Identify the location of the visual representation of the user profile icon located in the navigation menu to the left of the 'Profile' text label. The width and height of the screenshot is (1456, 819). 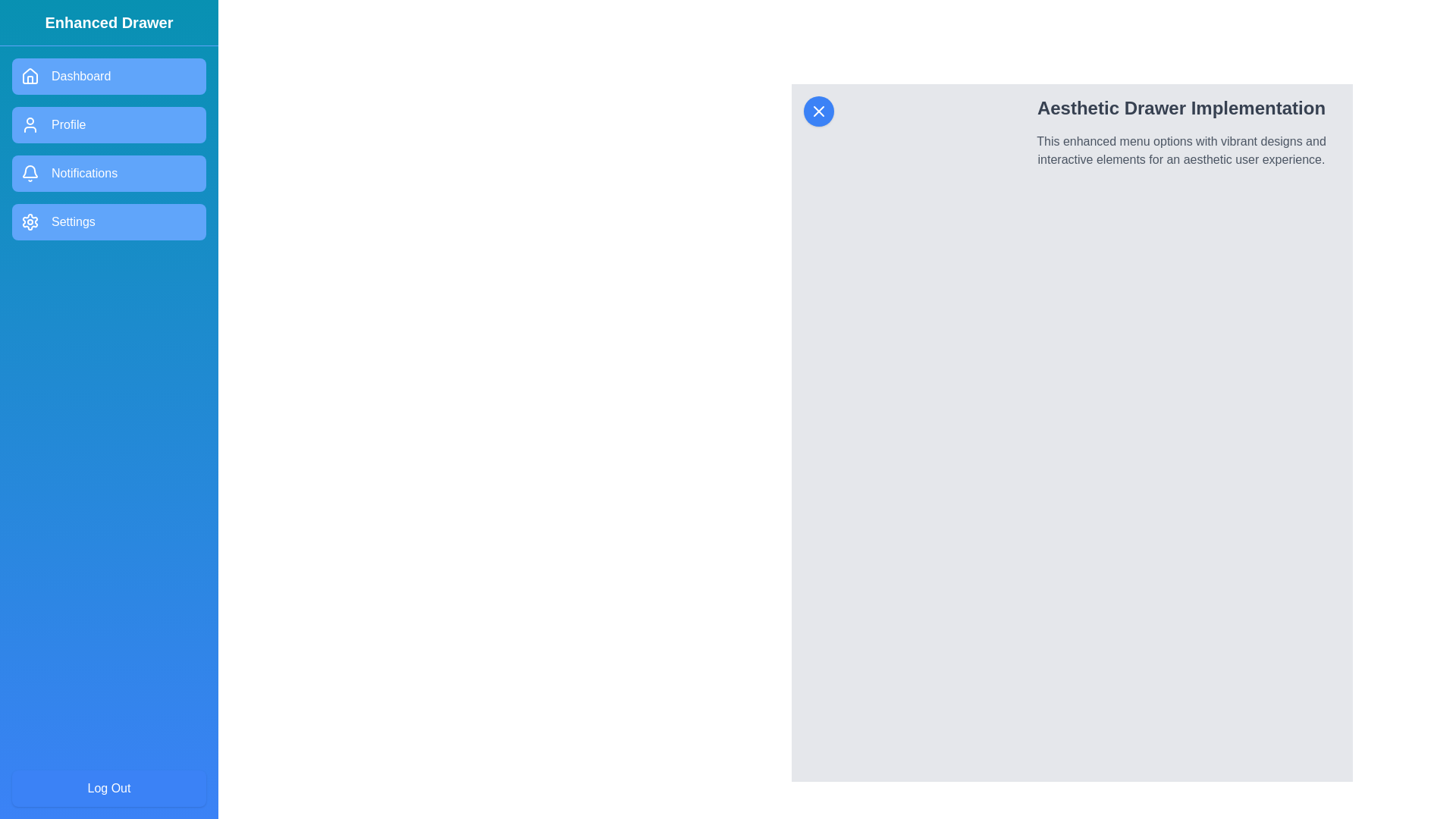
(30, 124).